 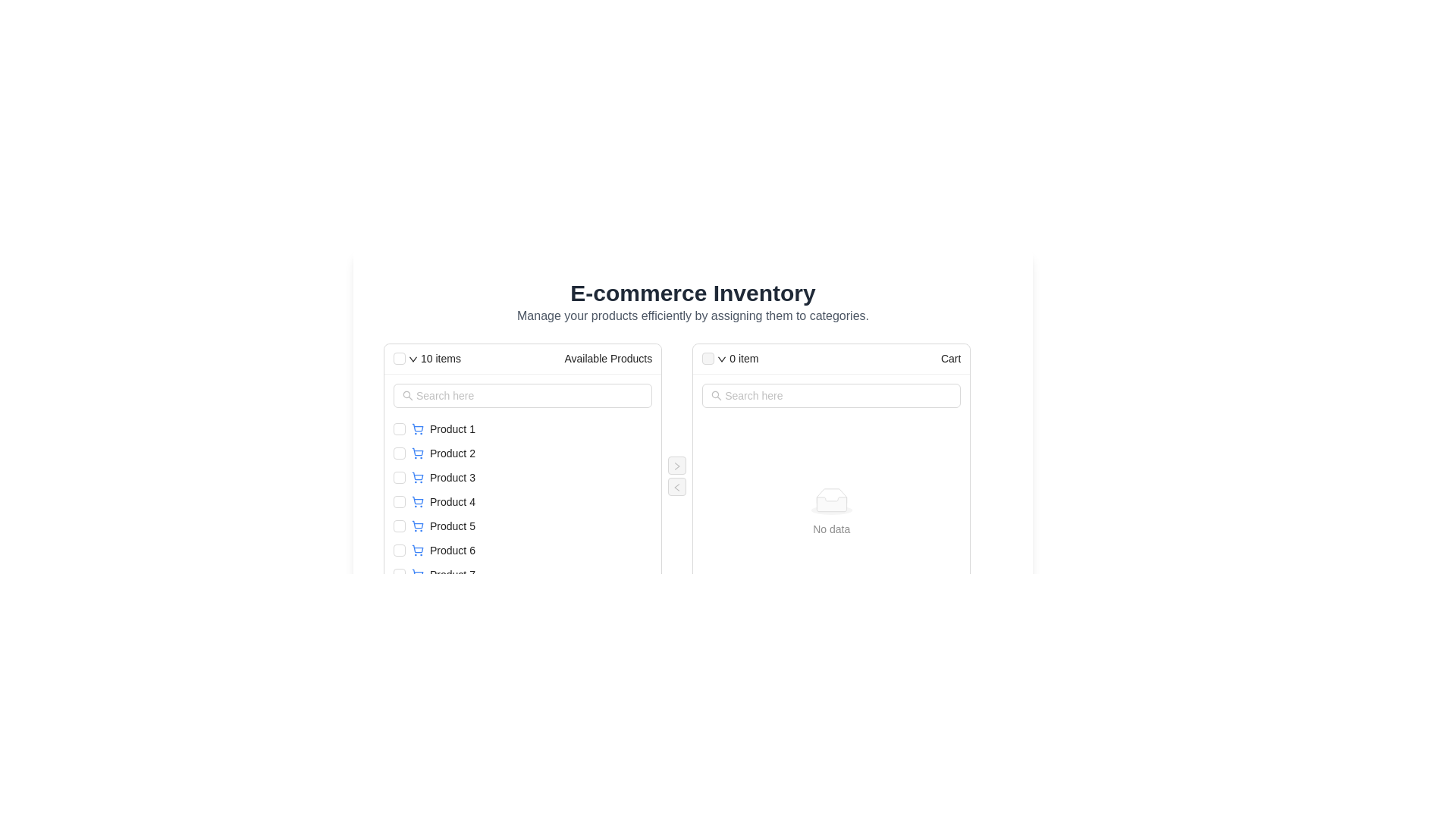 I want to click on the seventh item in the vertically arranged list of products under the 'Available Products' section, so click(x=532, y=575).